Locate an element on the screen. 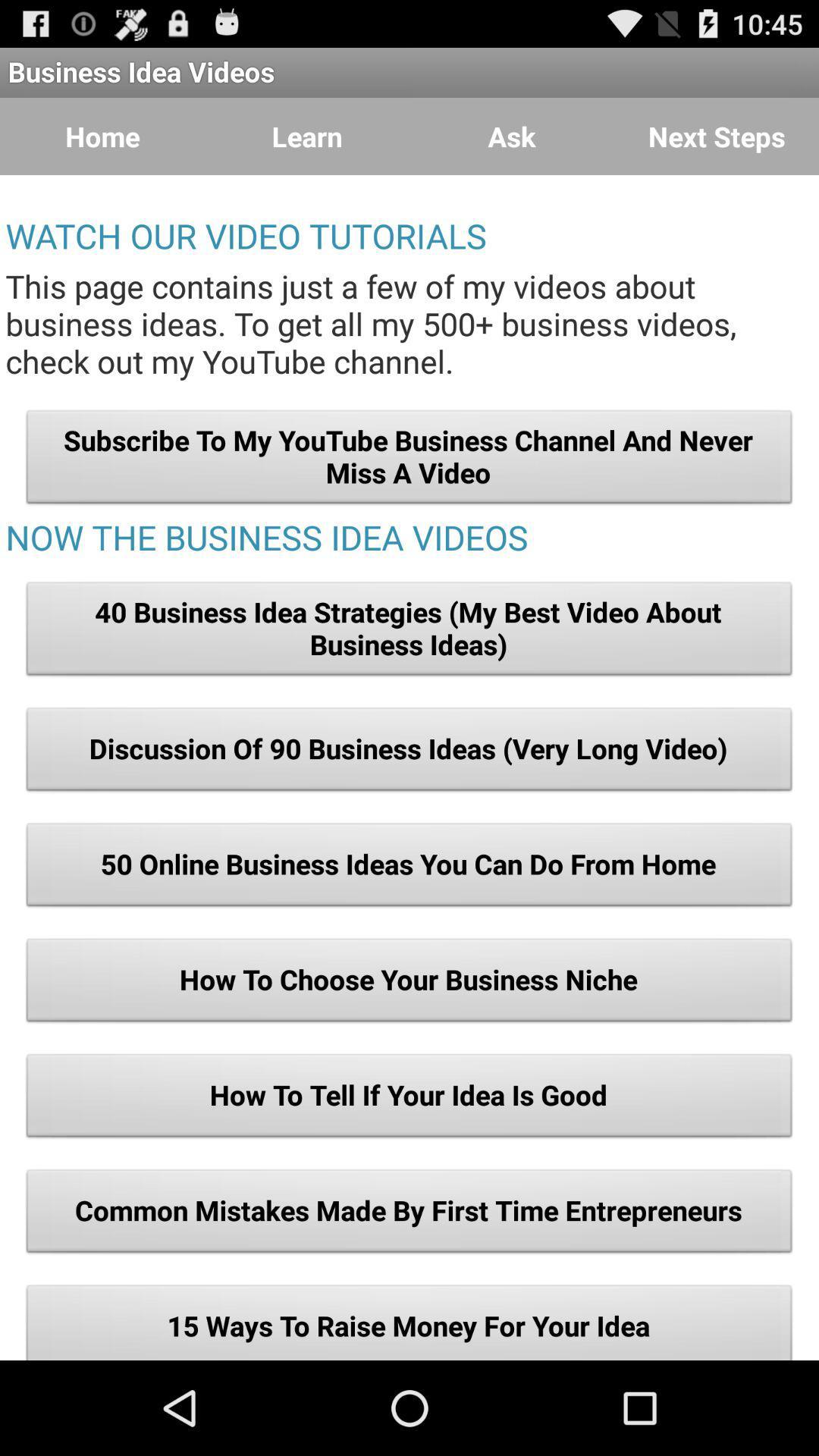  discussion of 90 is located at coordinates (409, 753).